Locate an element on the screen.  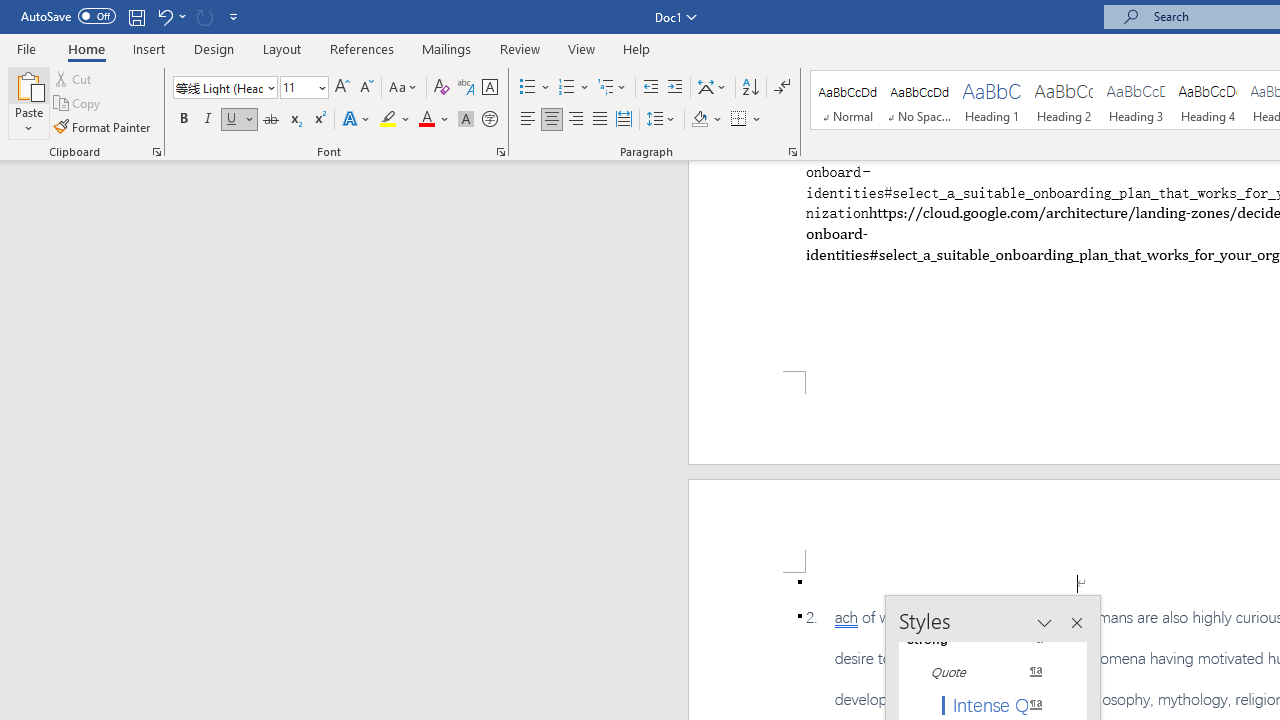
'Heading 3' is located at coordinates (1136, 100).